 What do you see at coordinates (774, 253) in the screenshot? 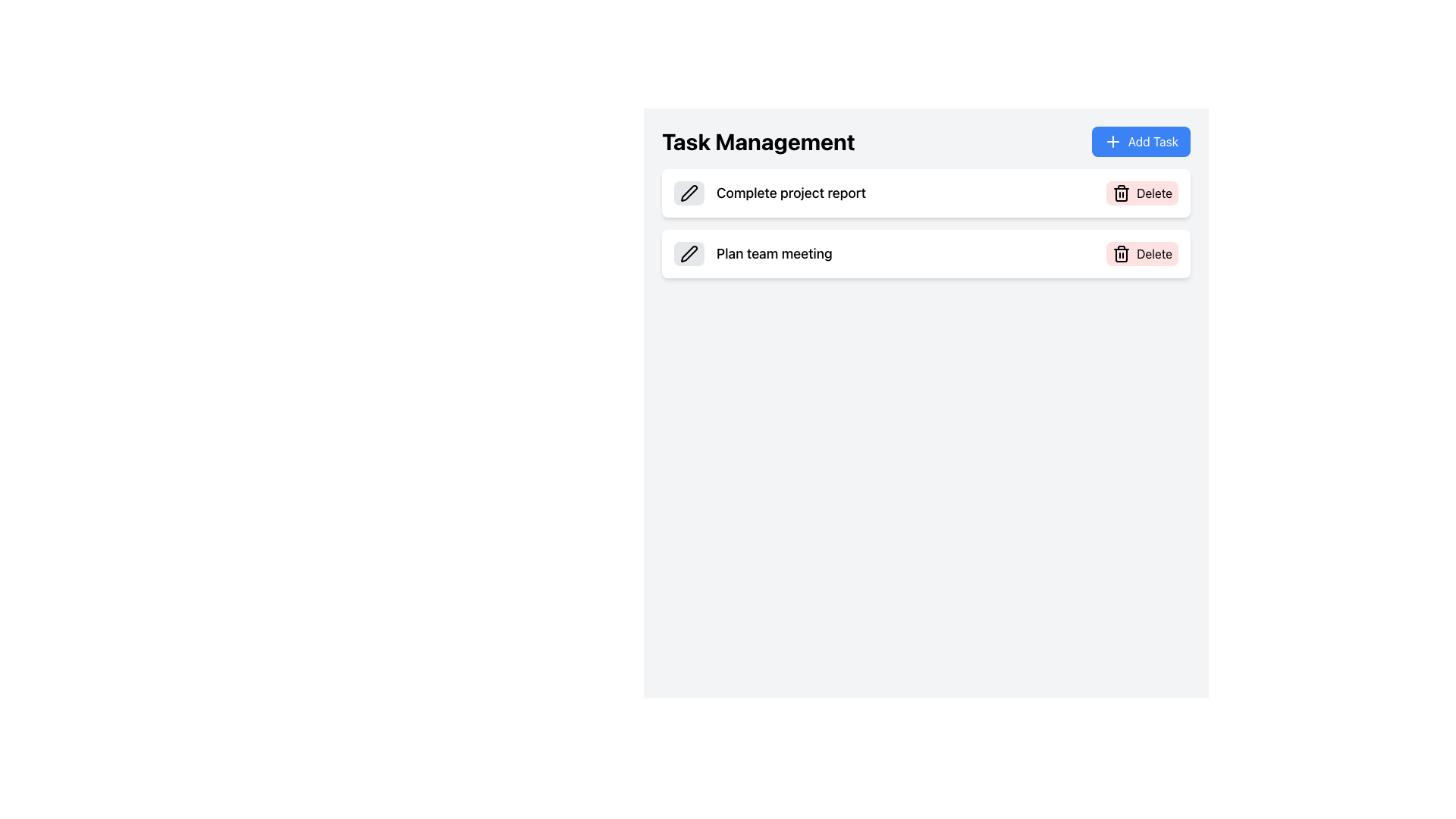
I see `the static text label reading 'Plan team meeting', which is located in the second row of the task list under the 'Task Management' section, following the task labeled 'Complete project report'` at bounding box center [774, 253].